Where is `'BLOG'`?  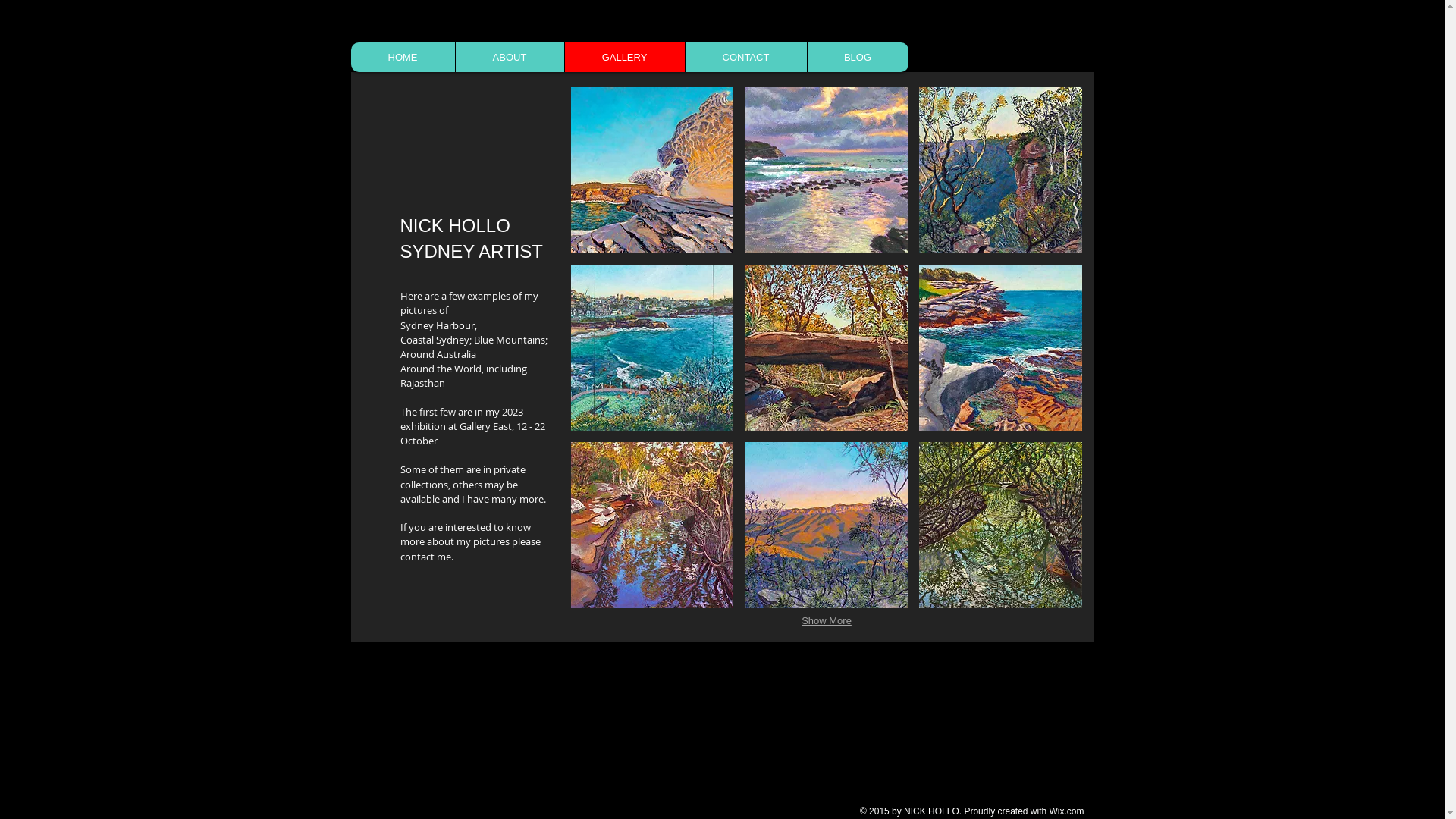
'BLOG' is located at coordinates (858, 56).